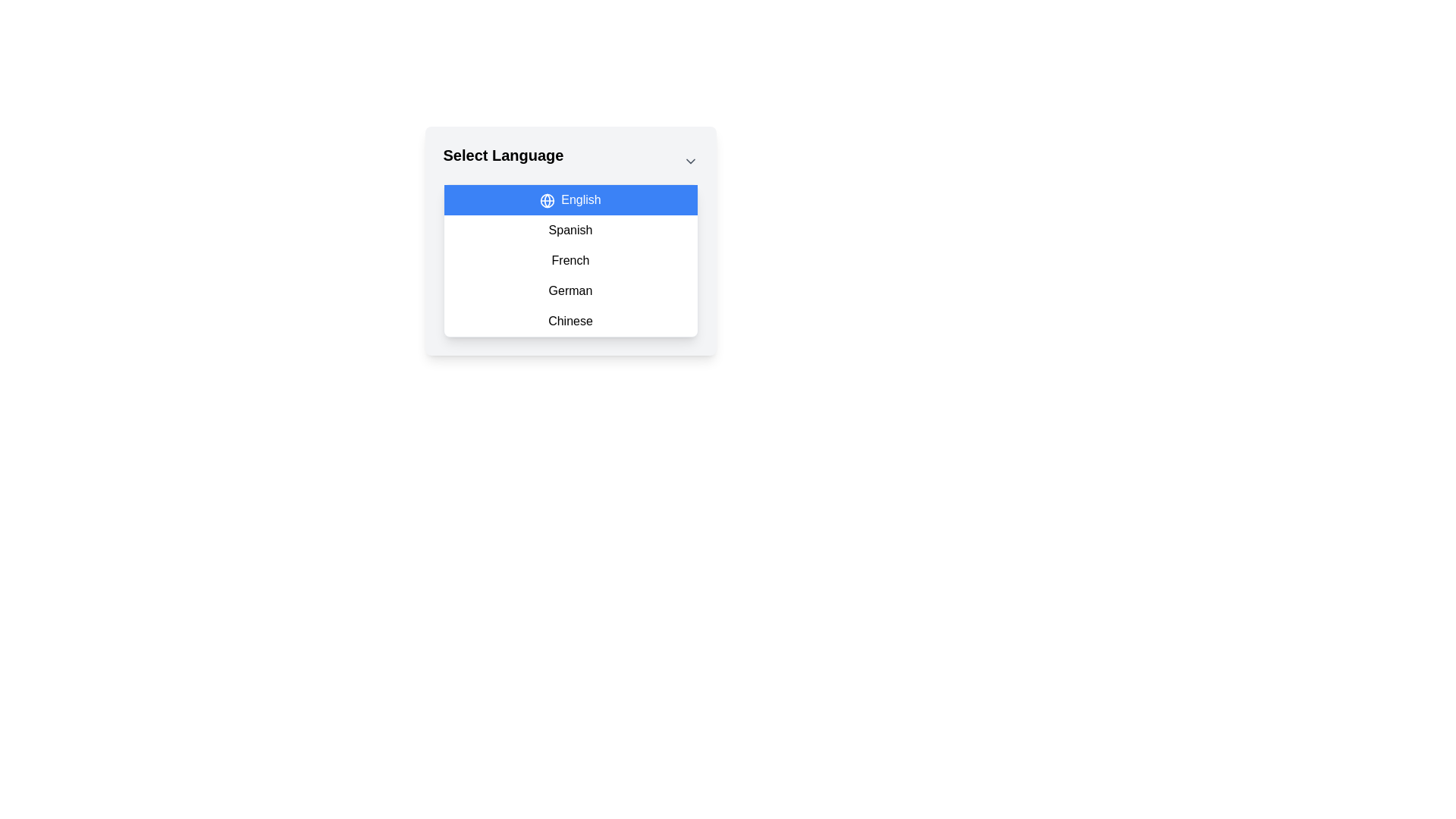 This screenshot has width=1456, height=819. I want to click on to select the 'French' language option from the dropdown menu, which is the third item listed, so click(570, 259).